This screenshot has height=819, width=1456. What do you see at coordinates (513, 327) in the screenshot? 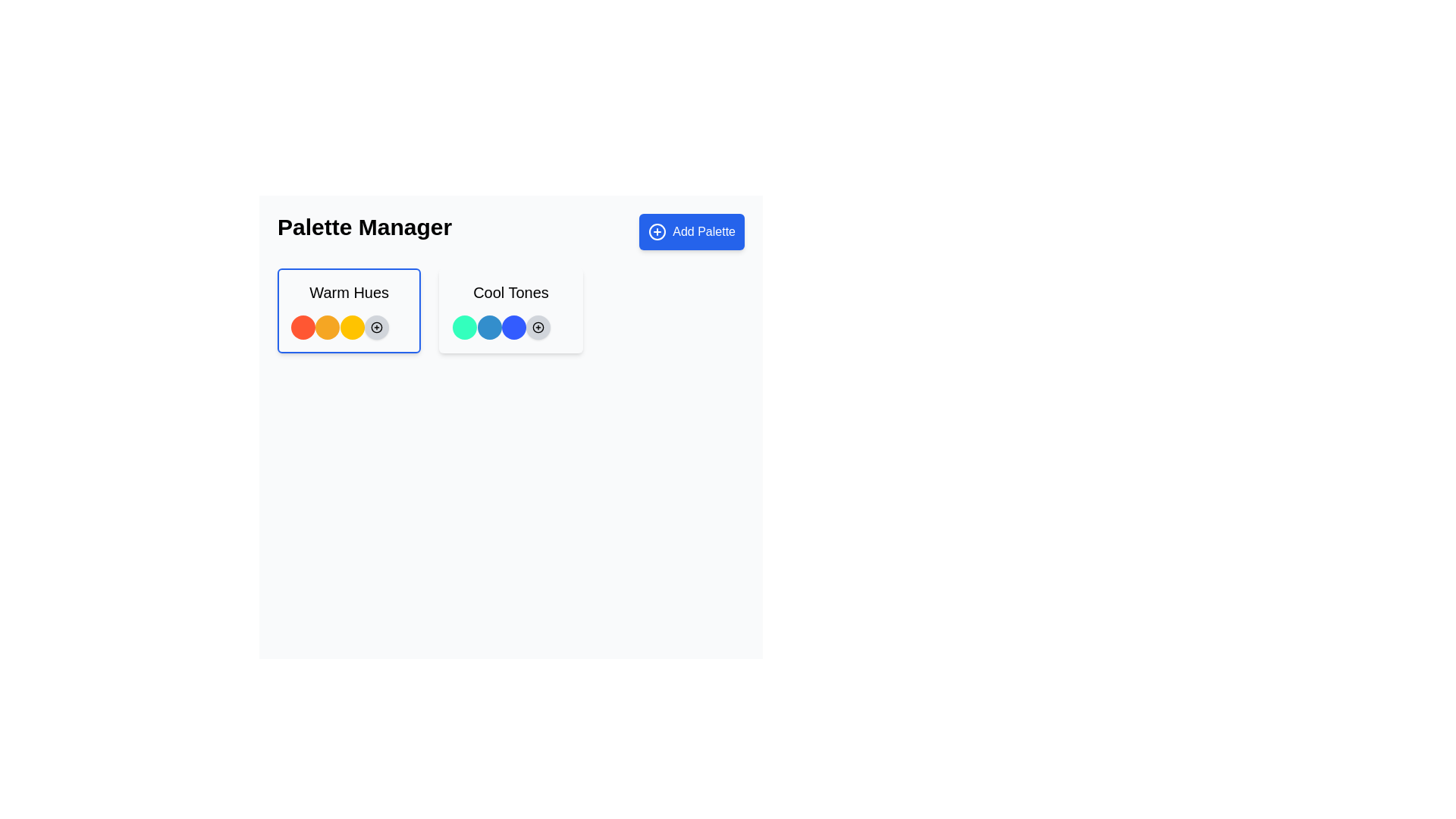
I see `the third color circle representing the blue color in the 'Cool Tones' palette group` at bounding box center [513, 327].